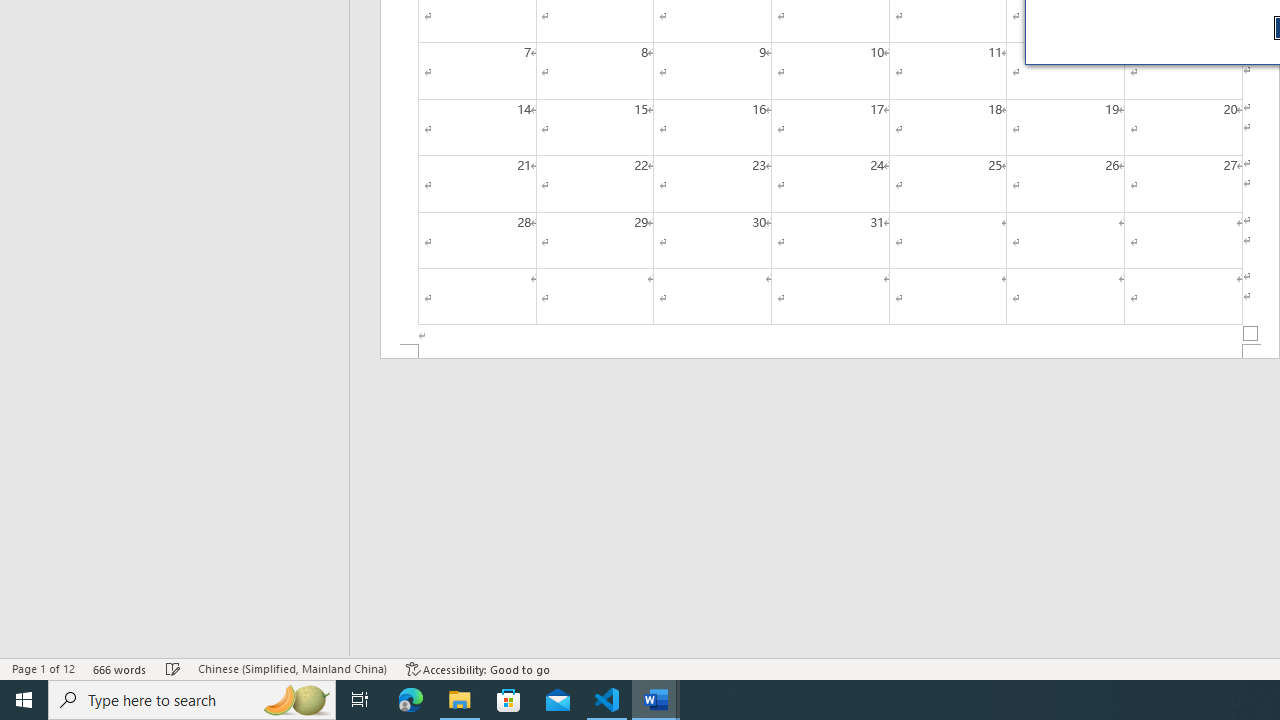 Image resolution: width=1280 pixels, height=720 pixels. Describe the element at coordinates (119, 669) in the screenshot. I see `'Word Count 666 words'` at that location.